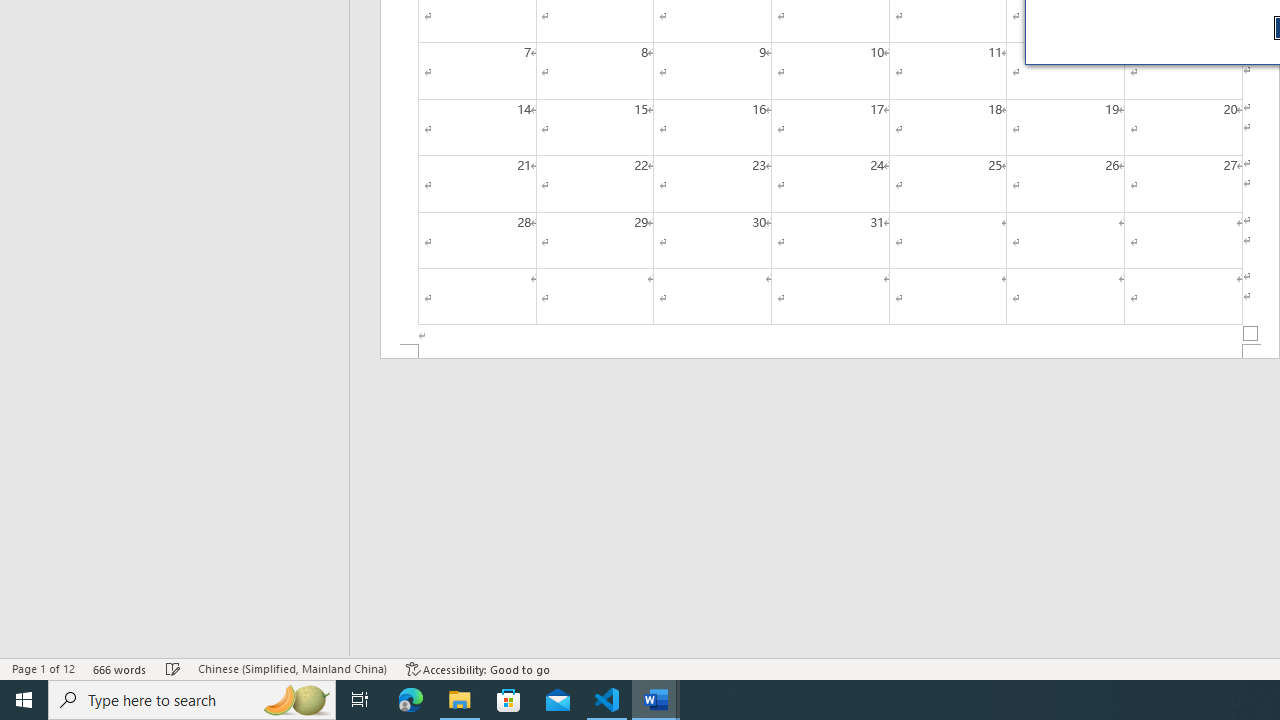 Image resolution: width=1280 pixels, height=720 pixels. Describe the element at coordinates (119, 669) in the screenshot. I see `'Word Count 666 words'` at that location.